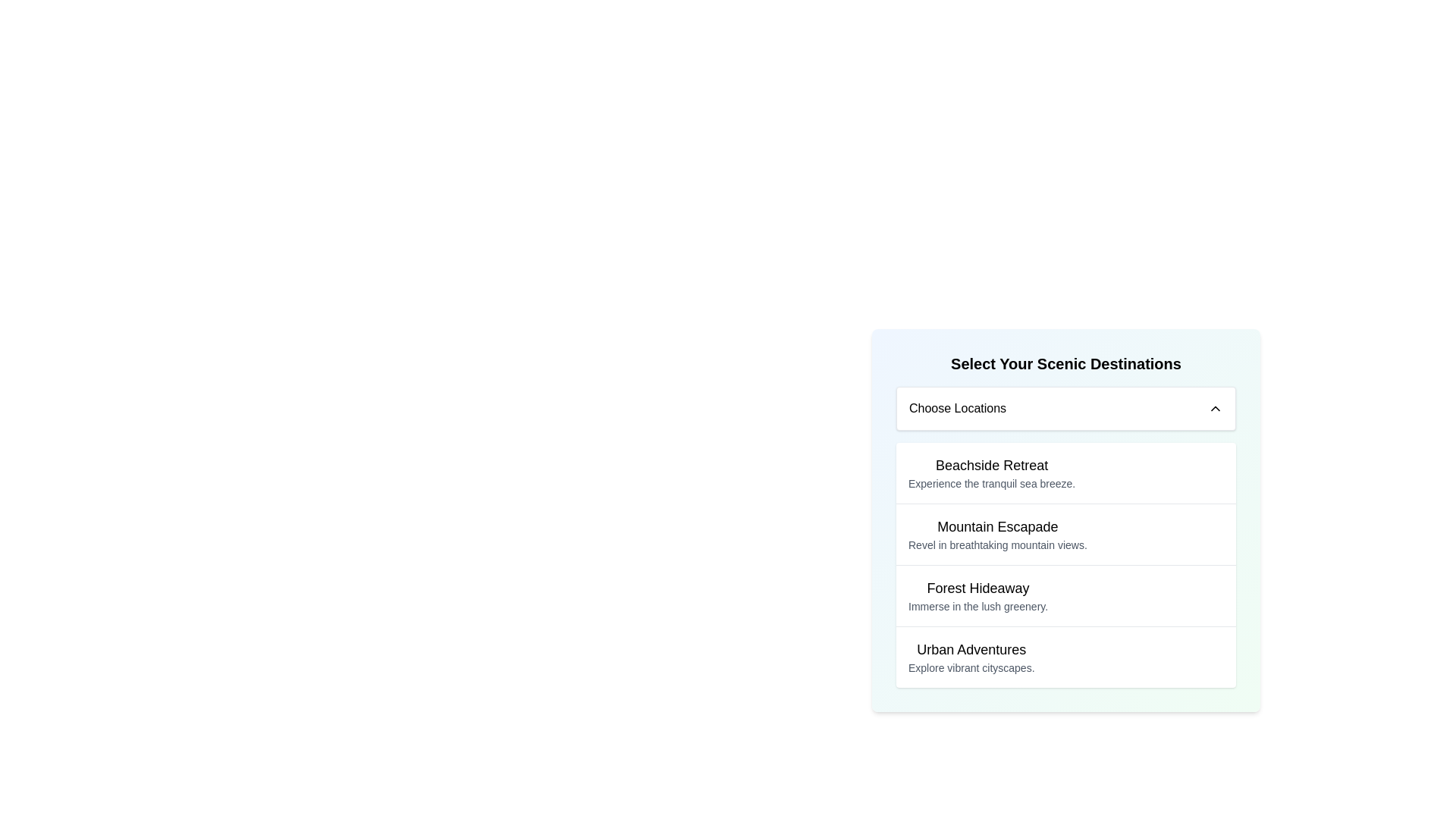 This screenshot has height=819, width=1456. Describe the element at coordinates (971, 667) in the screenshot. I see `the descriptive text element located directly below the 'Urban Adventures' option in the dropdown menu 'Select Your Scenic Destinations'` at that location.